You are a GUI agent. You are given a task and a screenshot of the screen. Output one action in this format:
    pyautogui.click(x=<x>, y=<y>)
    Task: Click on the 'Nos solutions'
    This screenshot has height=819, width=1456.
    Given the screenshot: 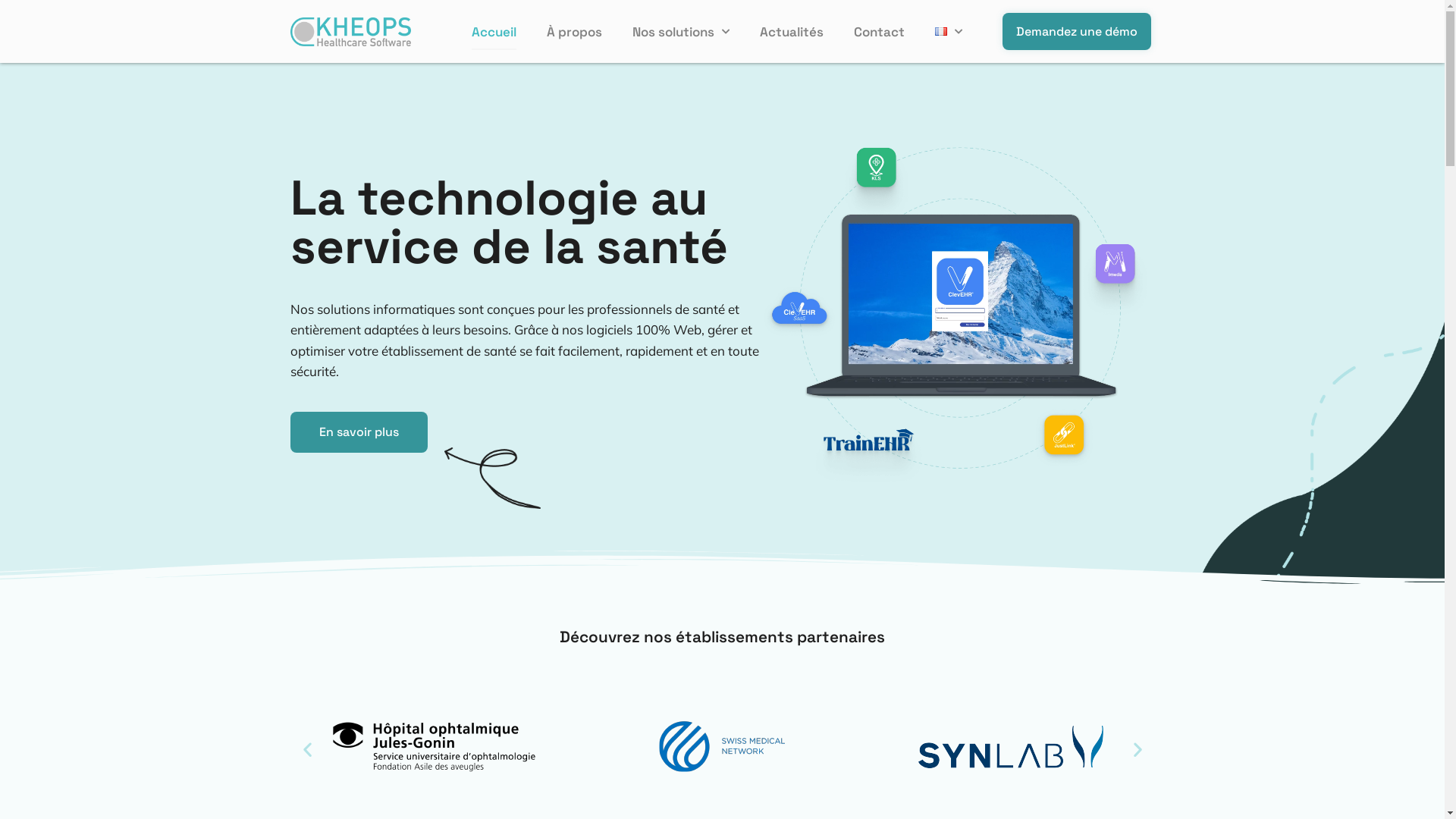 What is the action you would take?
    pyautogui.click(x=632, y=32)
    